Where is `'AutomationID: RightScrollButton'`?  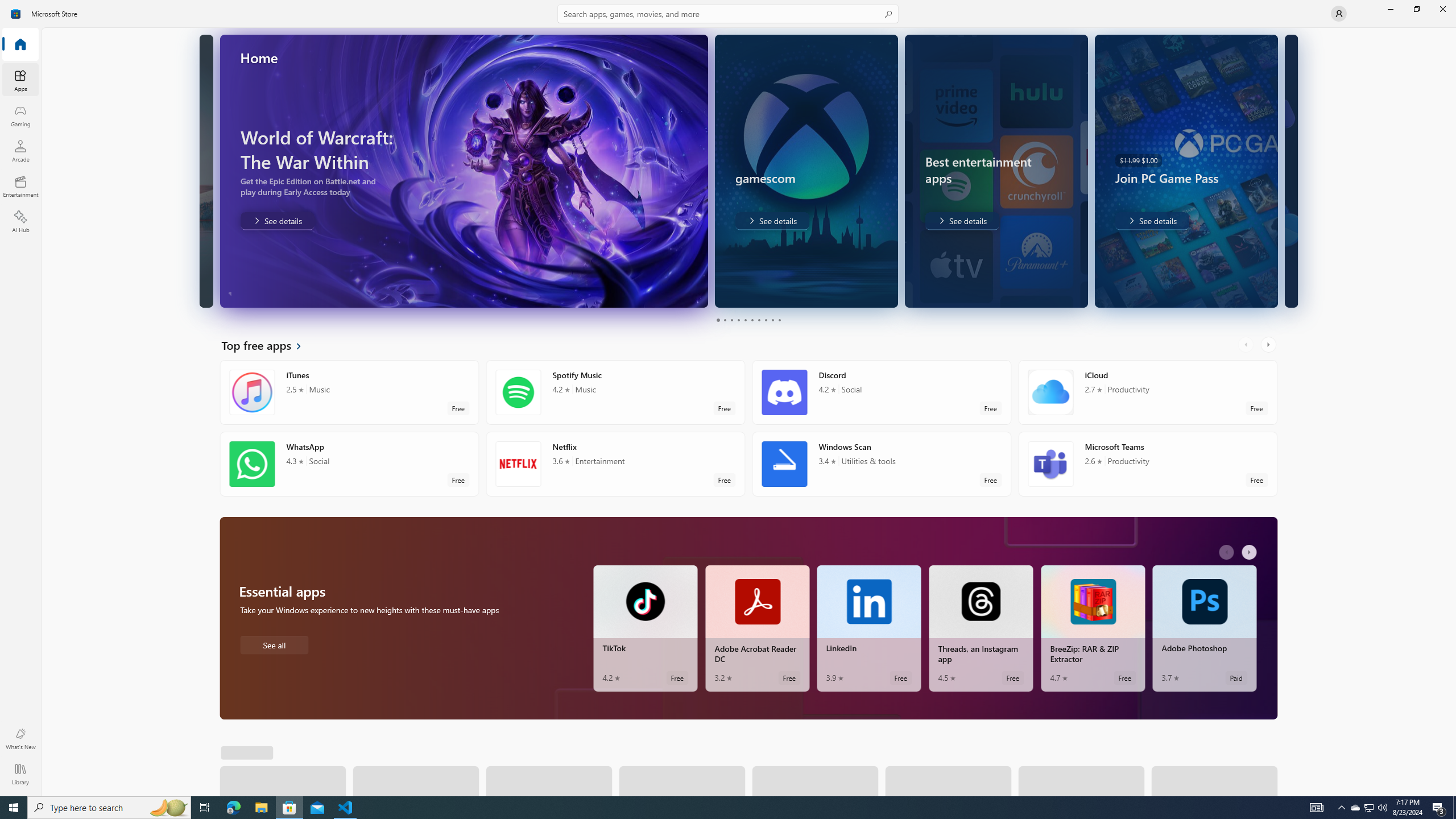
'AutomationID: RightScrollButton' is located at coordinates (1250, 551).